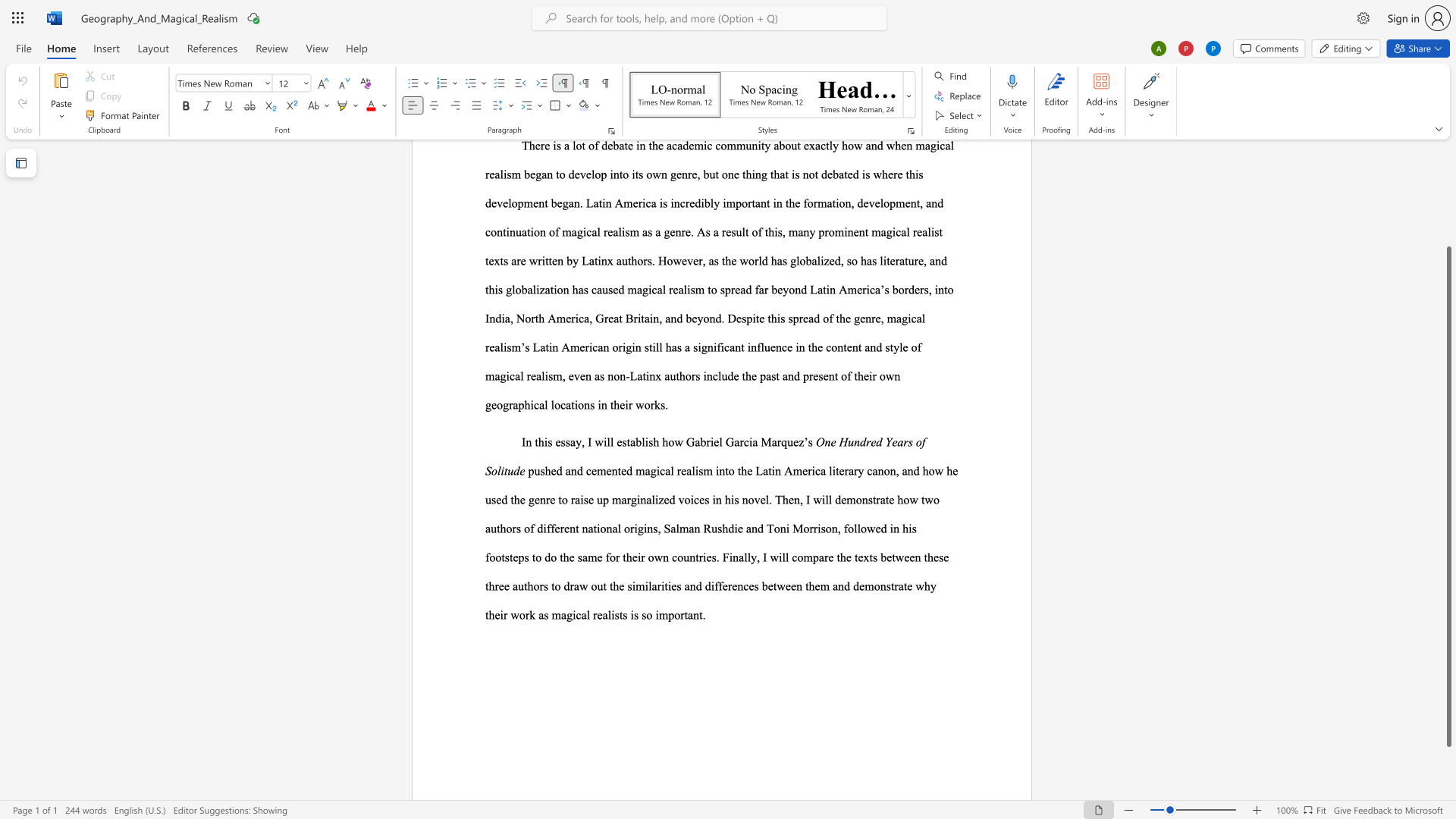  What do you see at coordinates (1448, 205) in the screenshot?
I see `the vertical scrollbar to raise the page content` at bounding box center [1448, 205].